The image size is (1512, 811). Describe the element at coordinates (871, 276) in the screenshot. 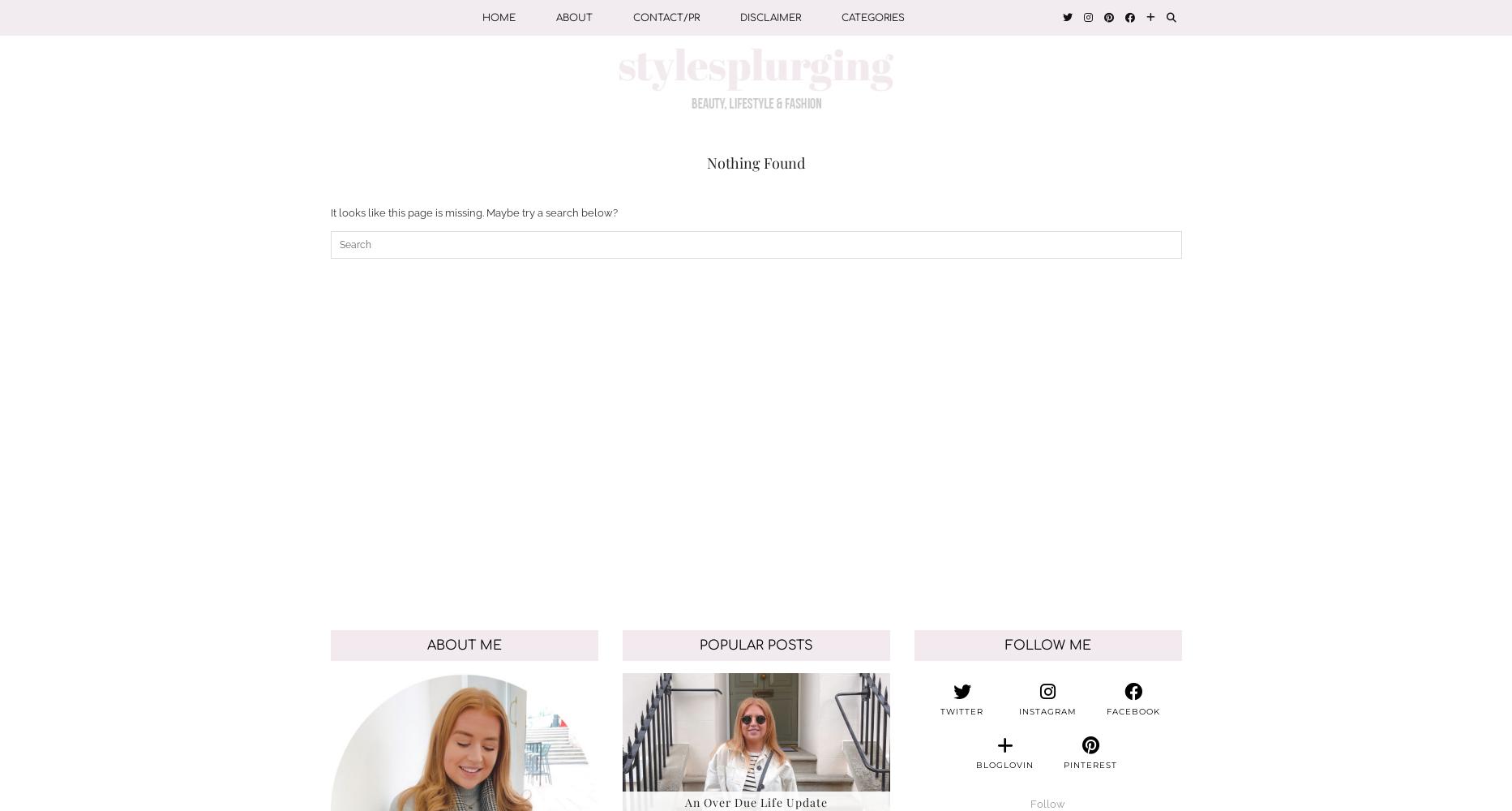

I see `'christmas'` at that location.